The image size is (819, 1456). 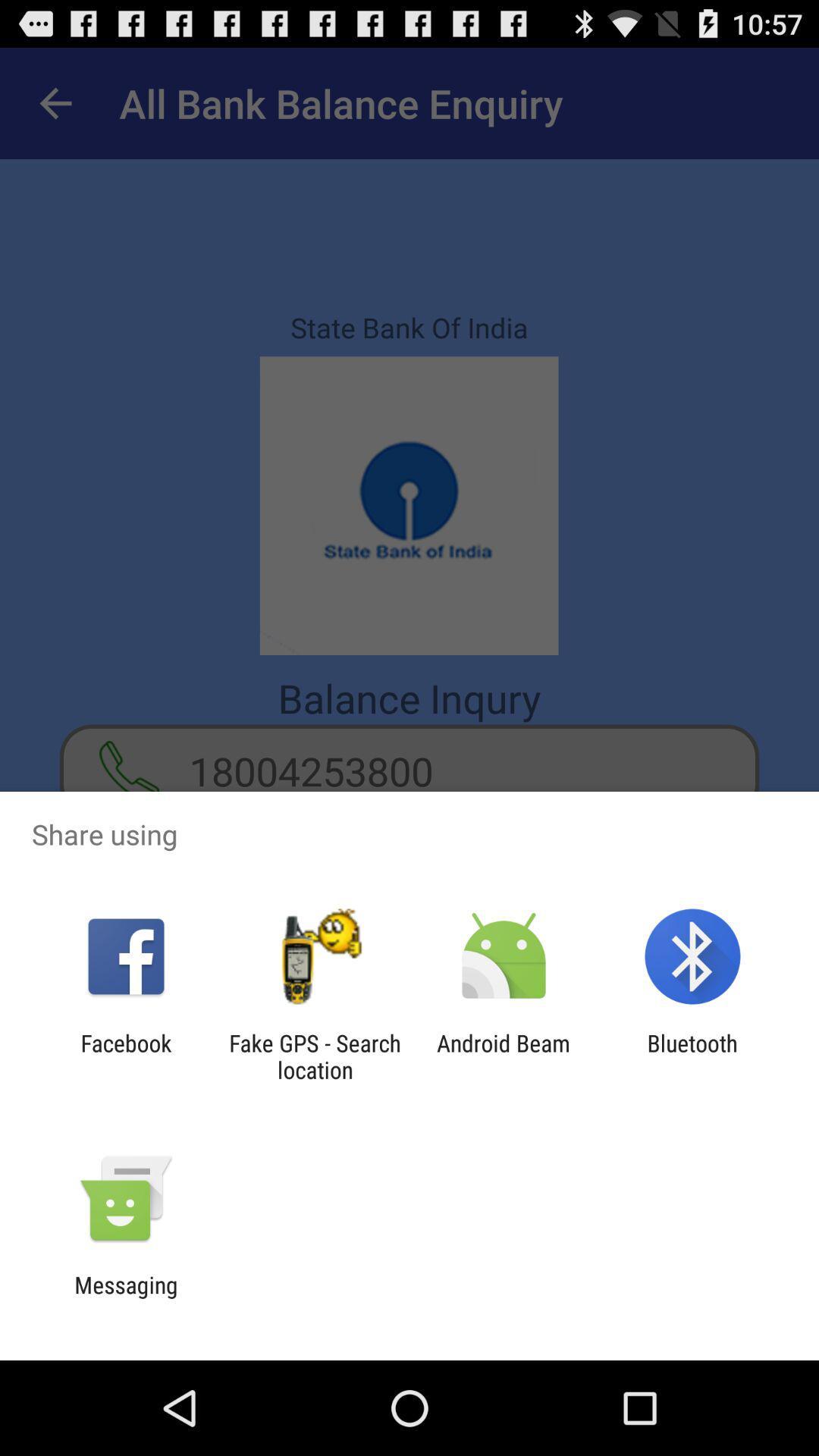 I want to click on app to the left of the bluetooth icon, so click(x=504, y=1056).